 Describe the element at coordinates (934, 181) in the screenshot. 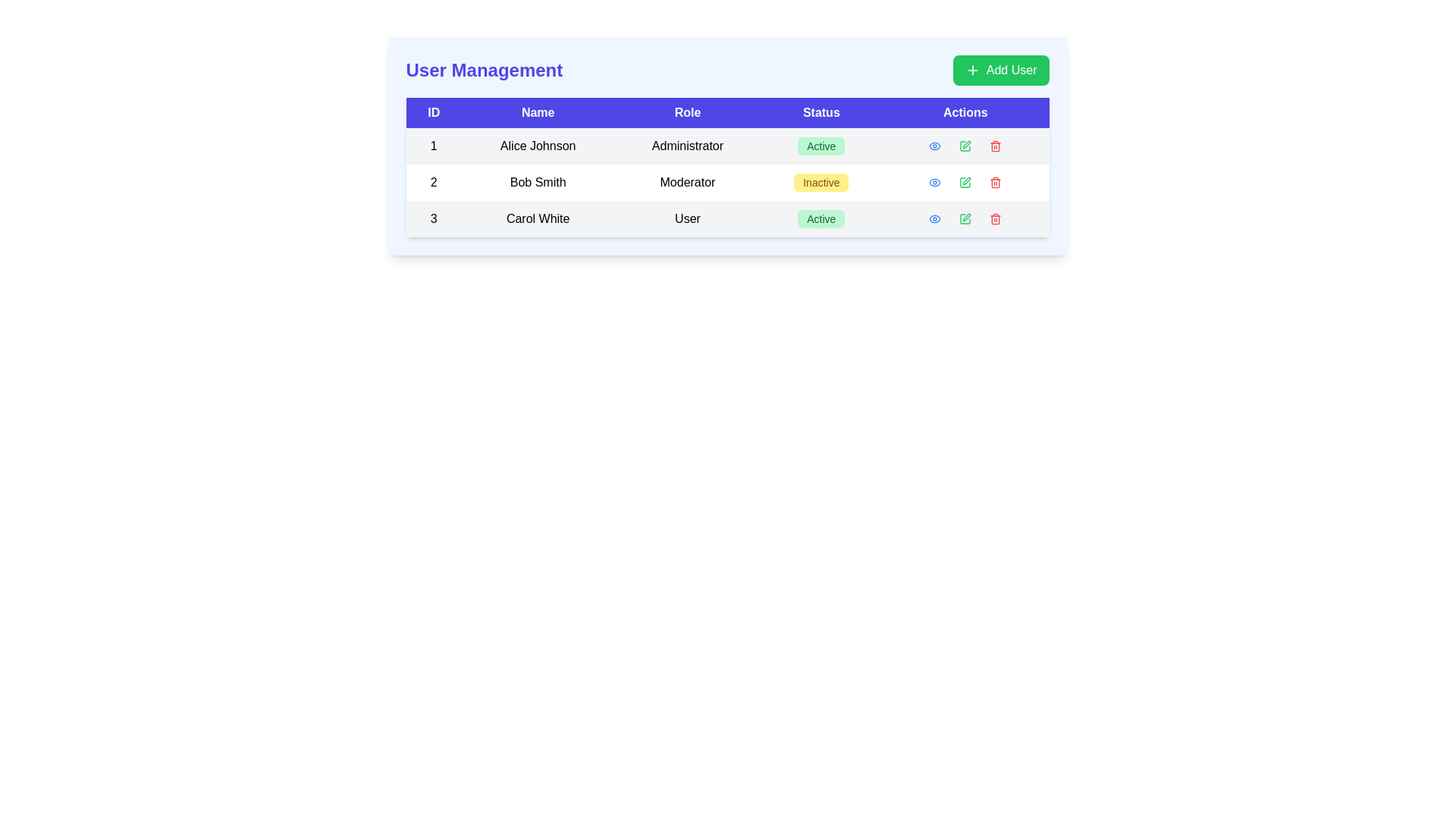

I see `the 'view' action icon located in the 'Actions' column of the second row for user 'Bob Smith'. This icon is the first in that row` at that location.